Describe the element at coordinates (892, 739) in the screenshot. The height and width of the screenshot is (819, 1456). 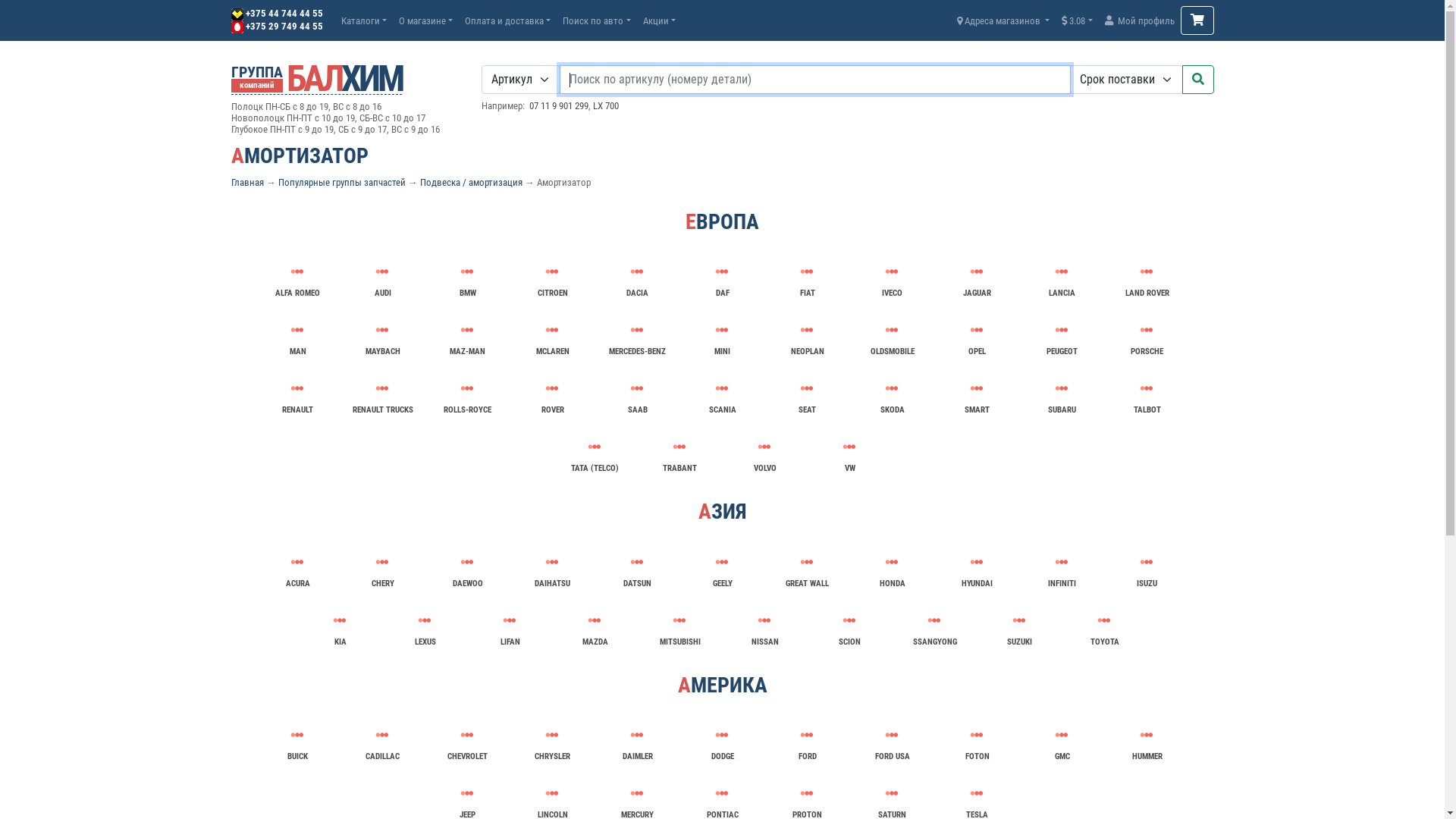
I see `'FORD USA'` at that location.